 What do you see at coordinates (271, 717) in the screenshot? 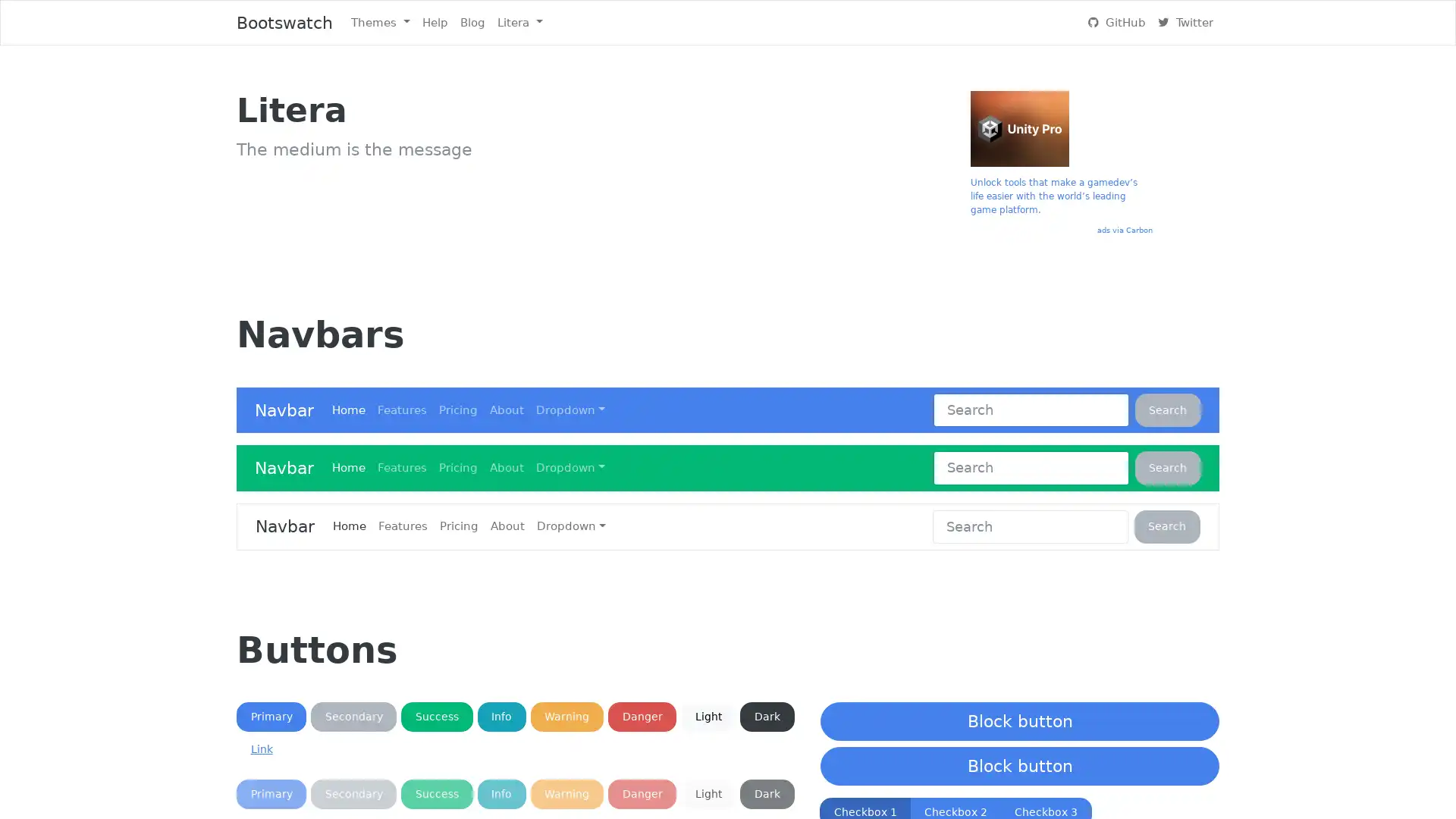
I see `Primary` at bounding box center [271, 717].